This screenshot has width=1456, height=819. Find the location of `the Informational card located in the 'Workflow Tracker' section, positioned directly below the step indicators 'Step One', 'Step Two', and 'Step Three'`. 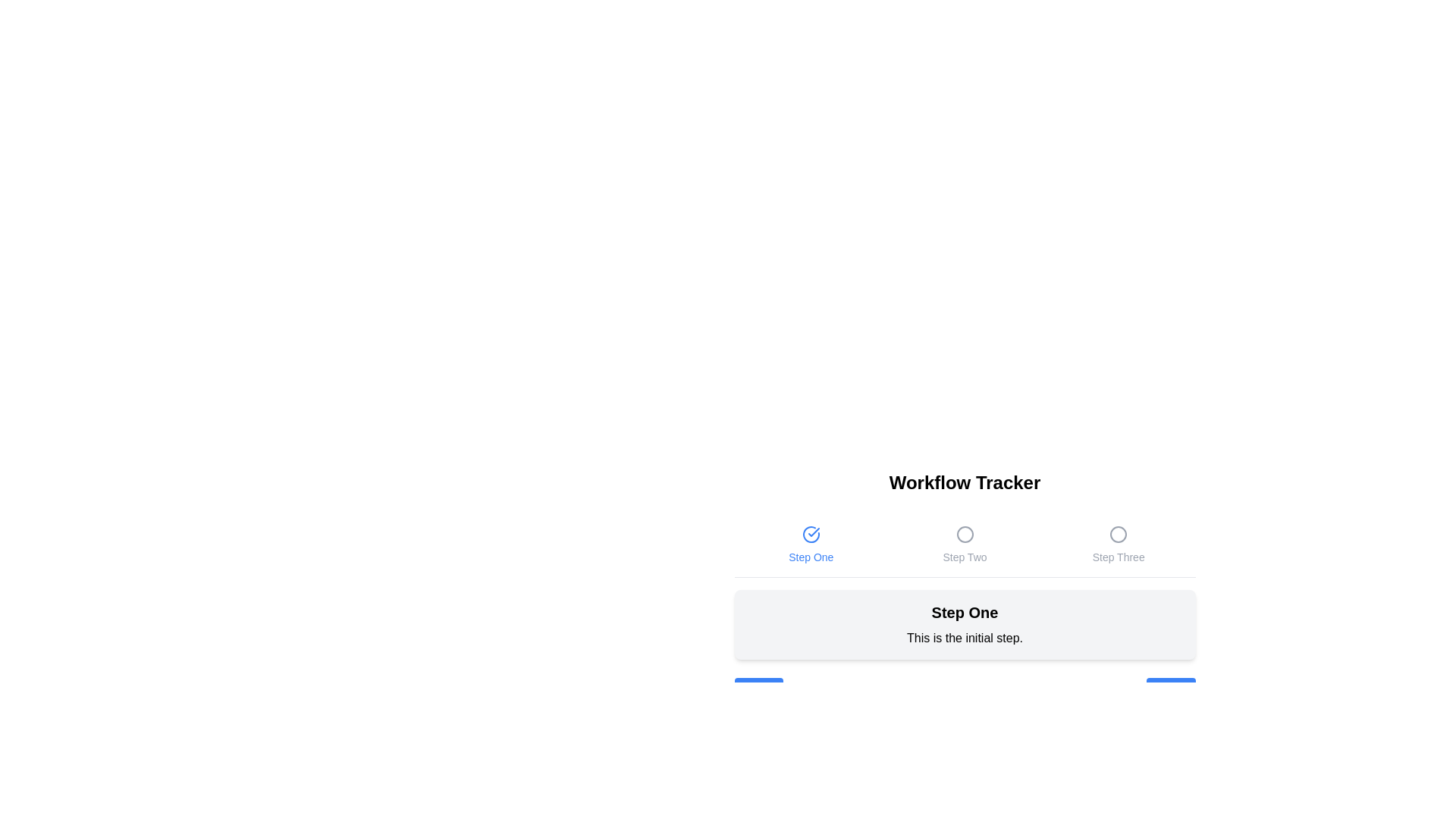

the Informational card located in the 'Workflow Tracker' section, positioned directly below the step indicators 'Step One', 'Step Two', and 'Step Three' is located at coordinates (964, 625).